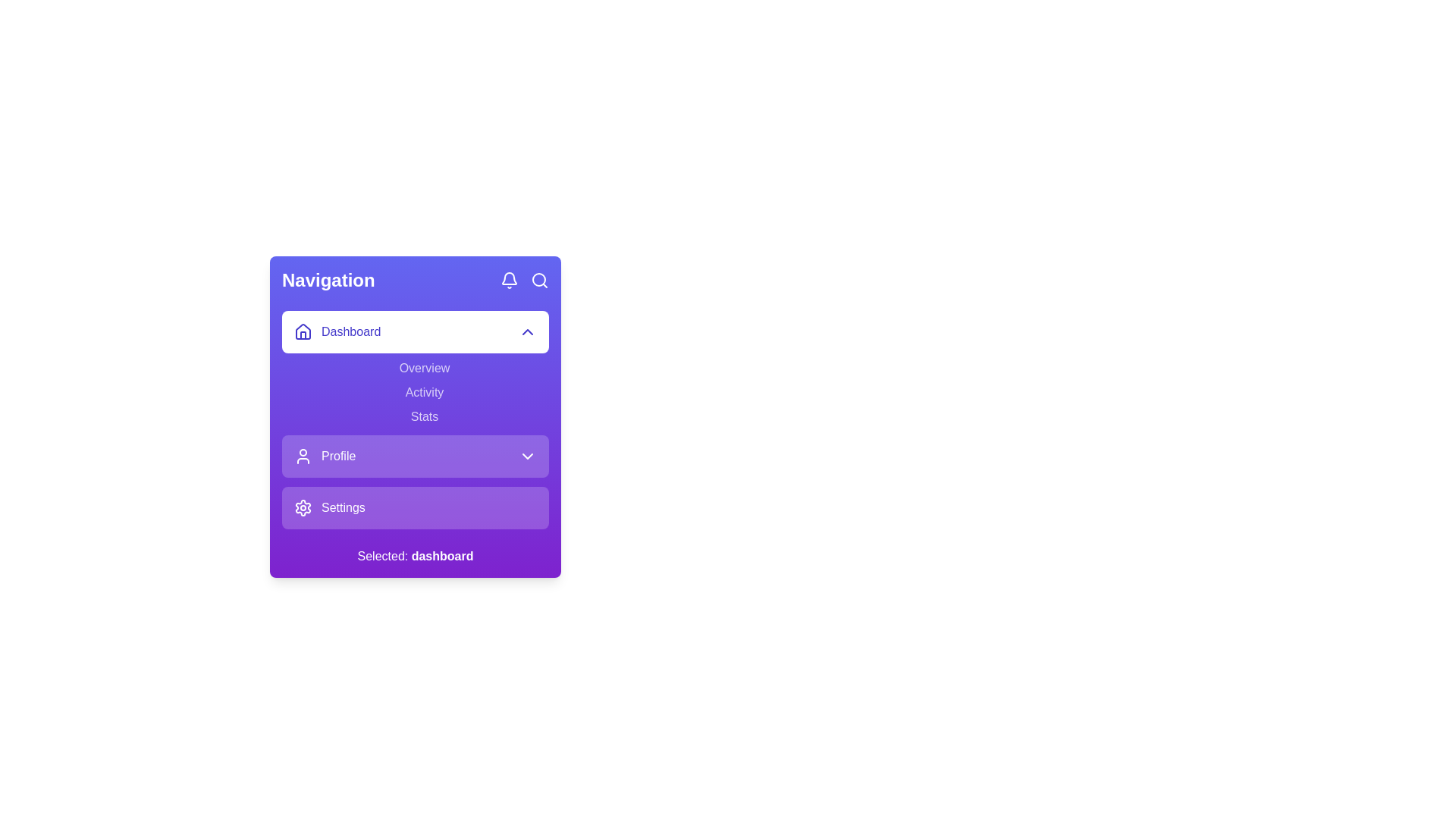 The image size is (1456, 819). Describe the element at coordinates (528, 331) in the screenshot. I see `the Chevron-Up Icon located in the navigation bar next to the 'Dashboard' text` at that location.